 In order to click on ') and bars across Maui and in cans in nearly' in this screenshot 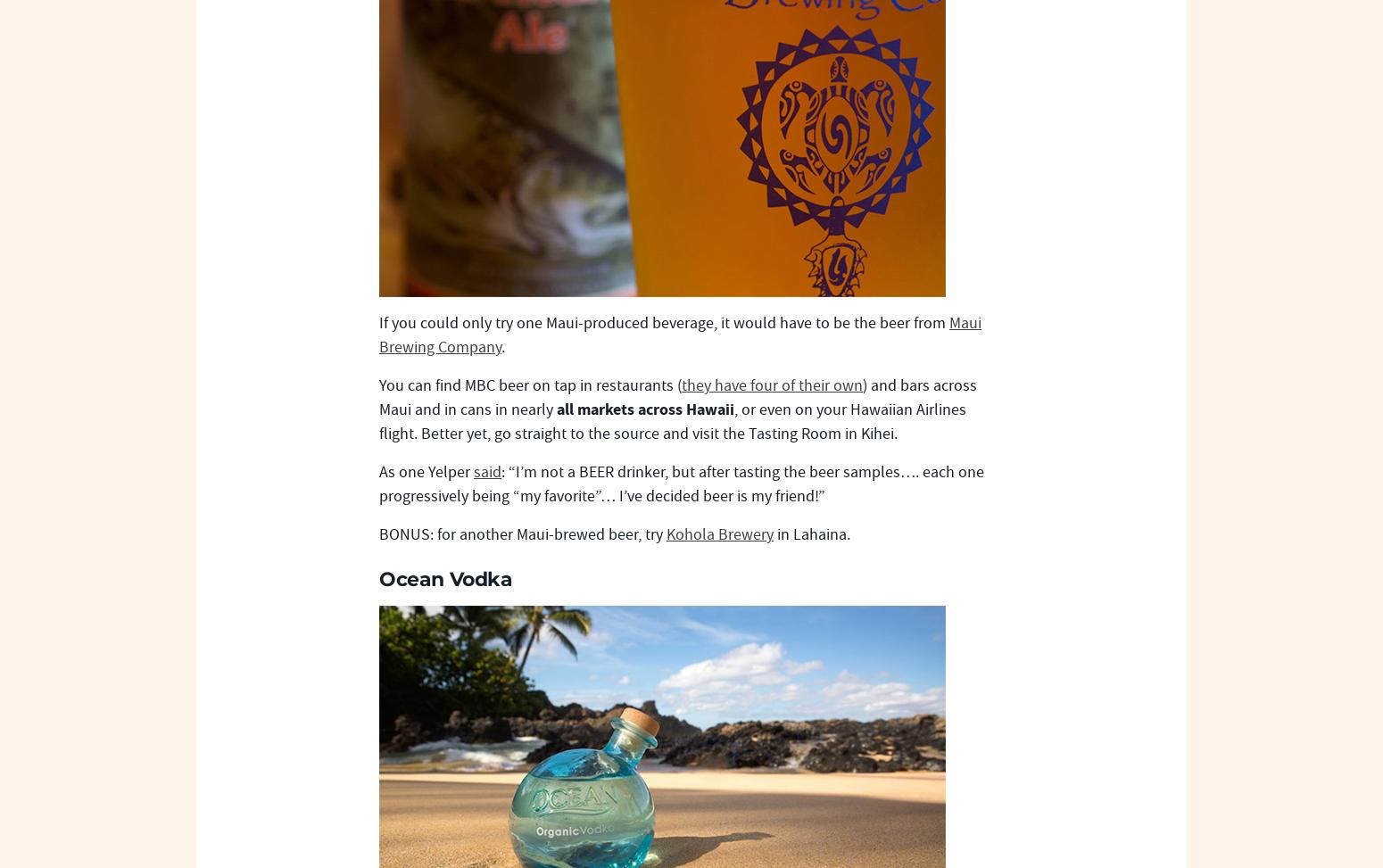, I will do `click(677, 398)`.